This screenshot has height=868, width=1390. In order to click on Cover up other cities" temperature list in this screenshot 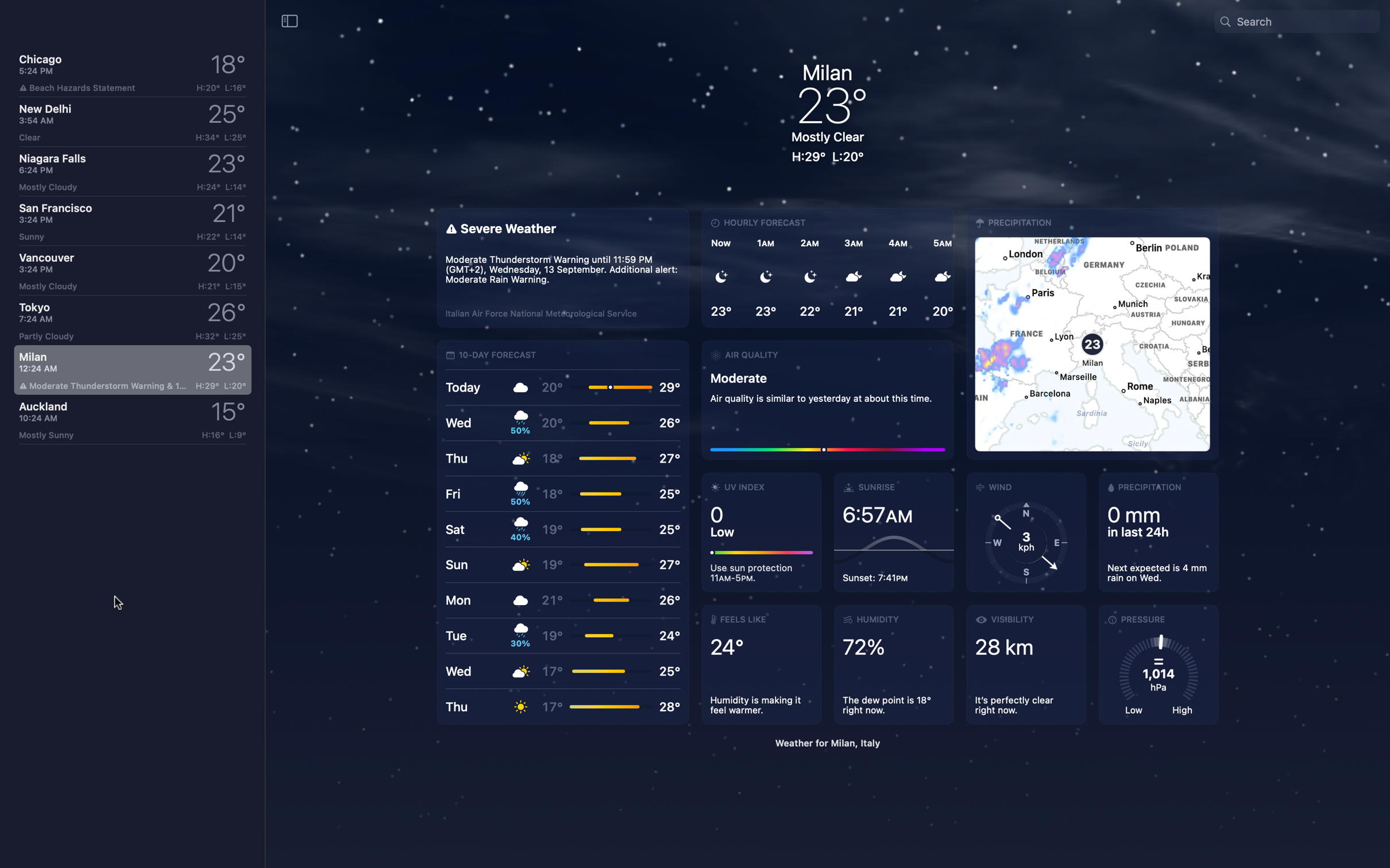, I will do `click(289, 20)`.